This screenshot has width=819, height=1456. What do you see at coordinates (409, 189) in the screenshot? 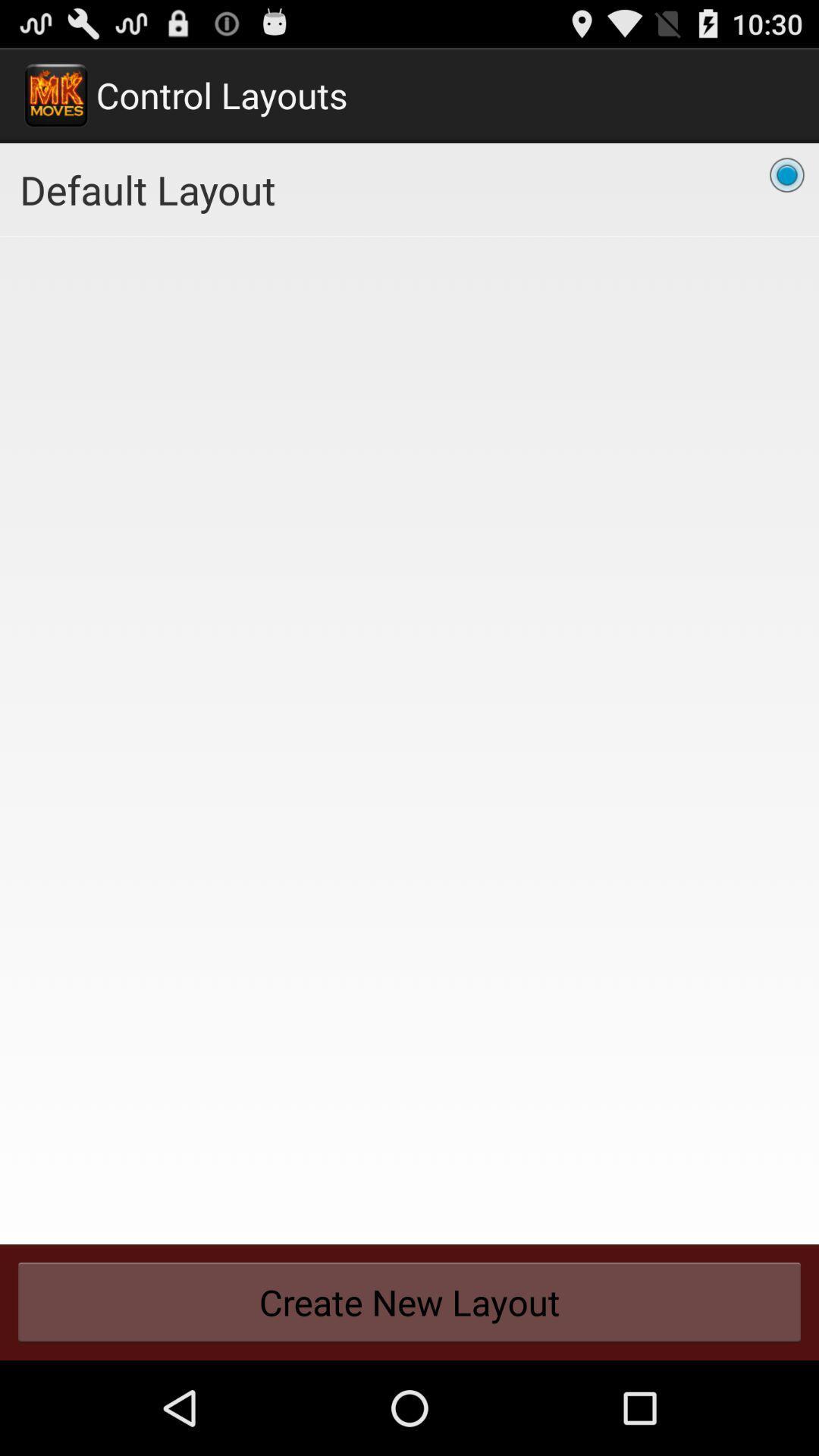
I see `the default layout icon` at bounding box center [409, 189].